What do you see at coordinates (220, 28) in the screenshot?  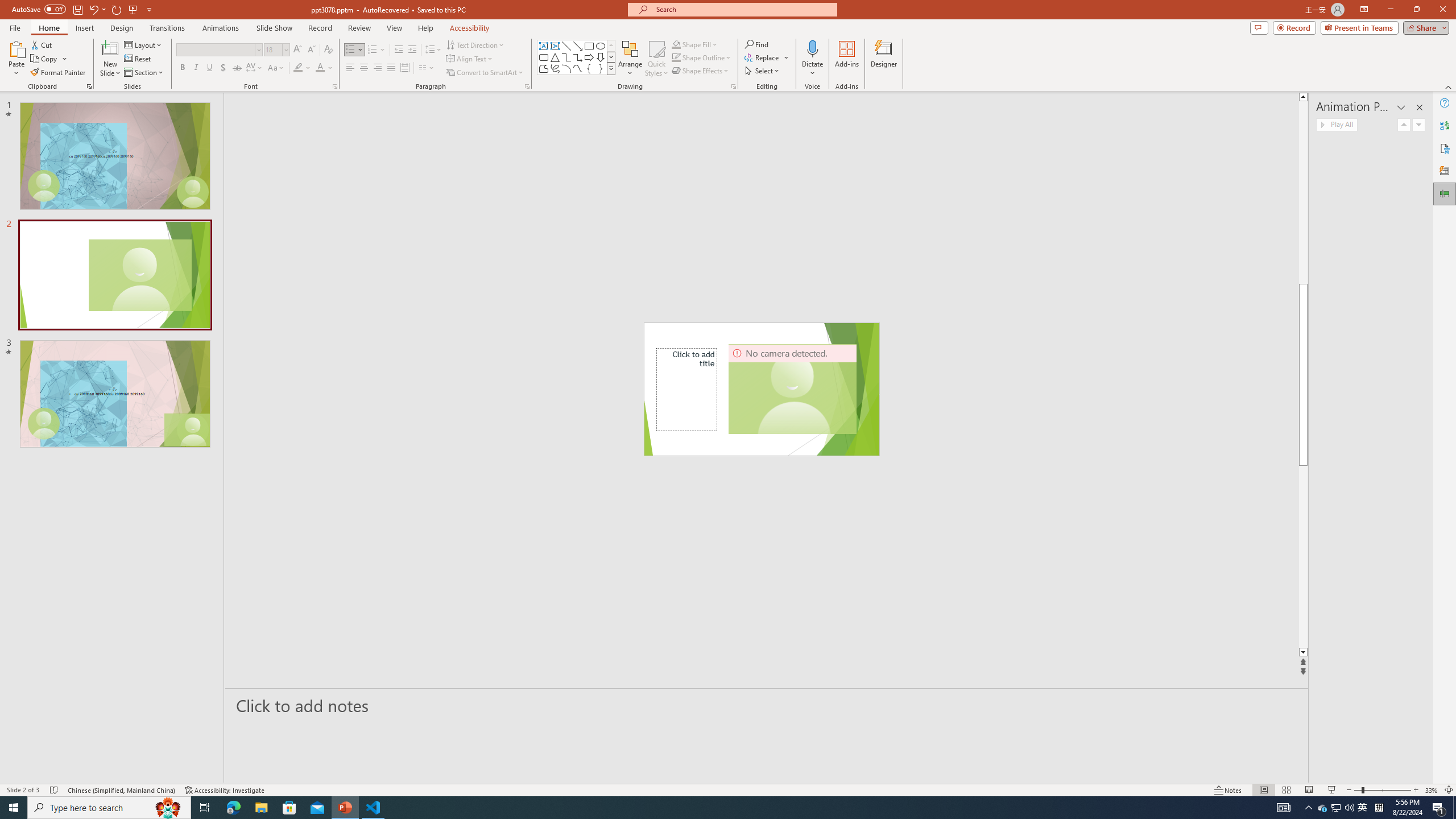 I see `'Animations'` at bounding box center [220, 28].